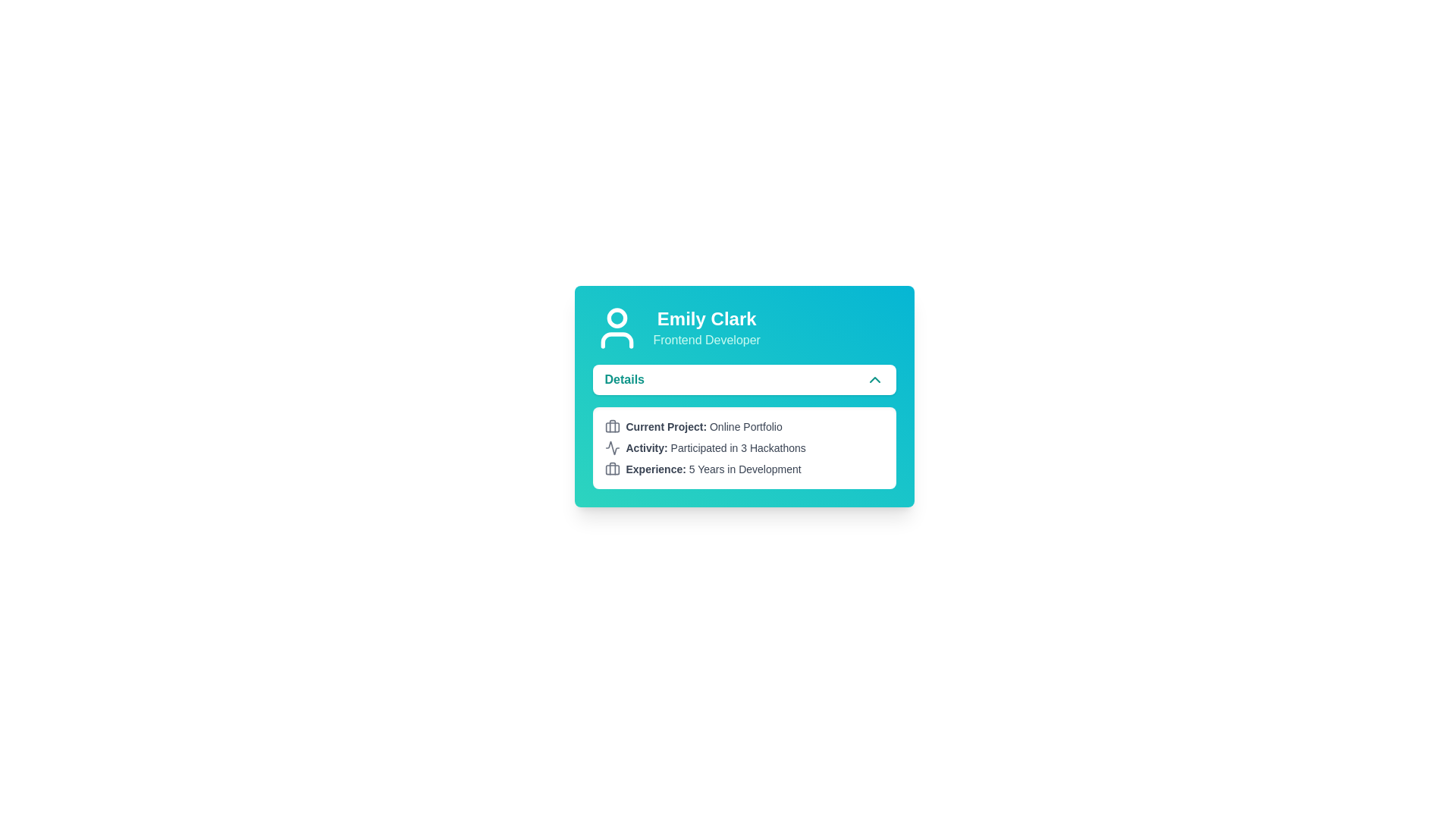  Describe the element at coordinates (744, 427) in the screenshot. I see `the informational text block displaying 'Online Portfolio'` at that location.